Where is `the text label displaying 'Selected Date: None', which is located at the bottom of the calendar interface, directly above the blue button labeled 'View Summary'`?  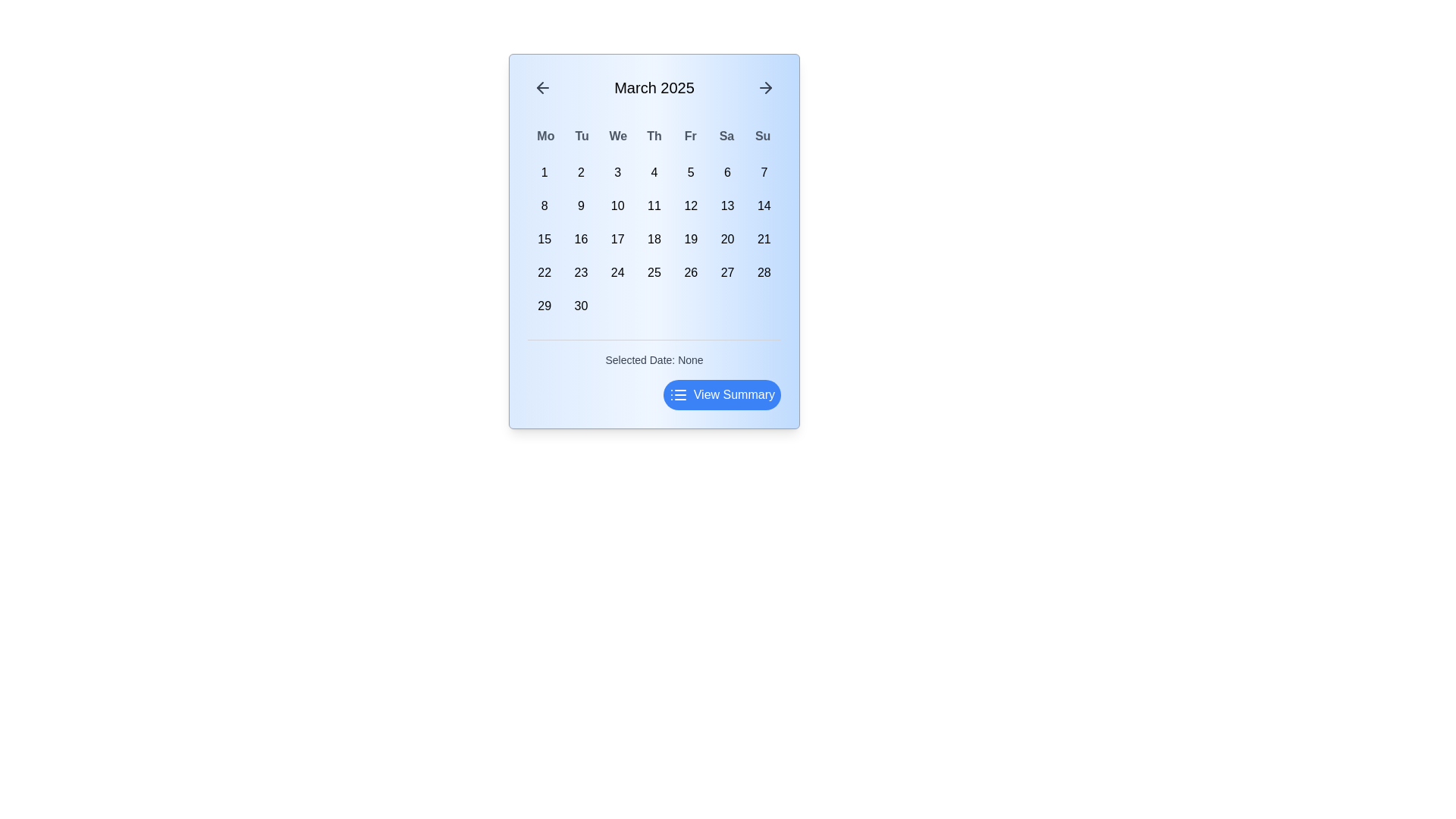
the text label displaying 'Selected Date: None', which is located at the bottom of the calendar interface, directly above the blue button labeled 'View Summary' is located at coordinates (654, 359).